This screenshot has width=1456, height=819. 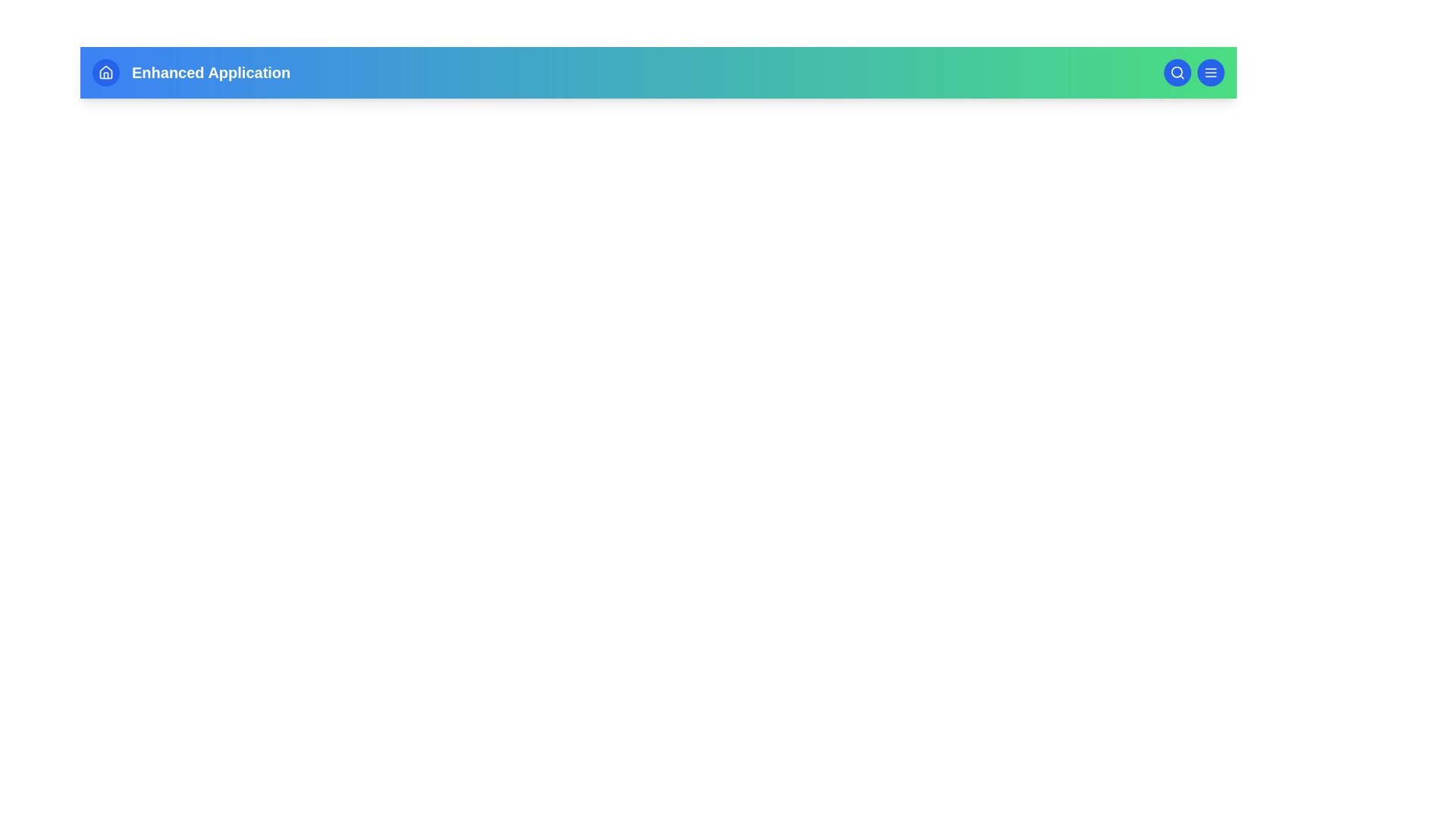 I want to click on the circular blue button with a white house icon located on the left side of the top bar, so click(x=105, y=73).